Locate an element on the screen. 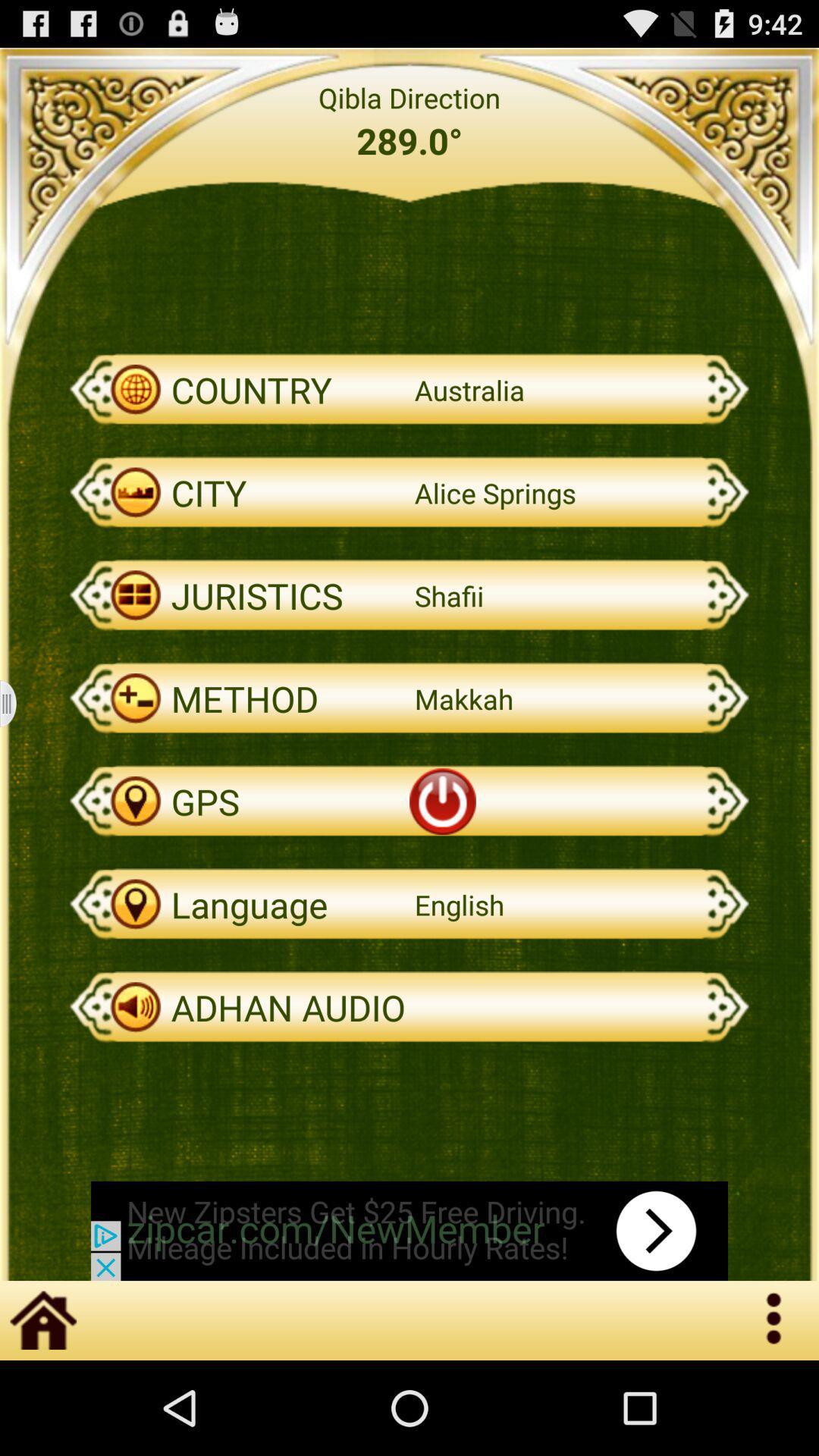 The height and width of the screenshot is (1456, 819). the menu icon is located at coordinates (17, 753).